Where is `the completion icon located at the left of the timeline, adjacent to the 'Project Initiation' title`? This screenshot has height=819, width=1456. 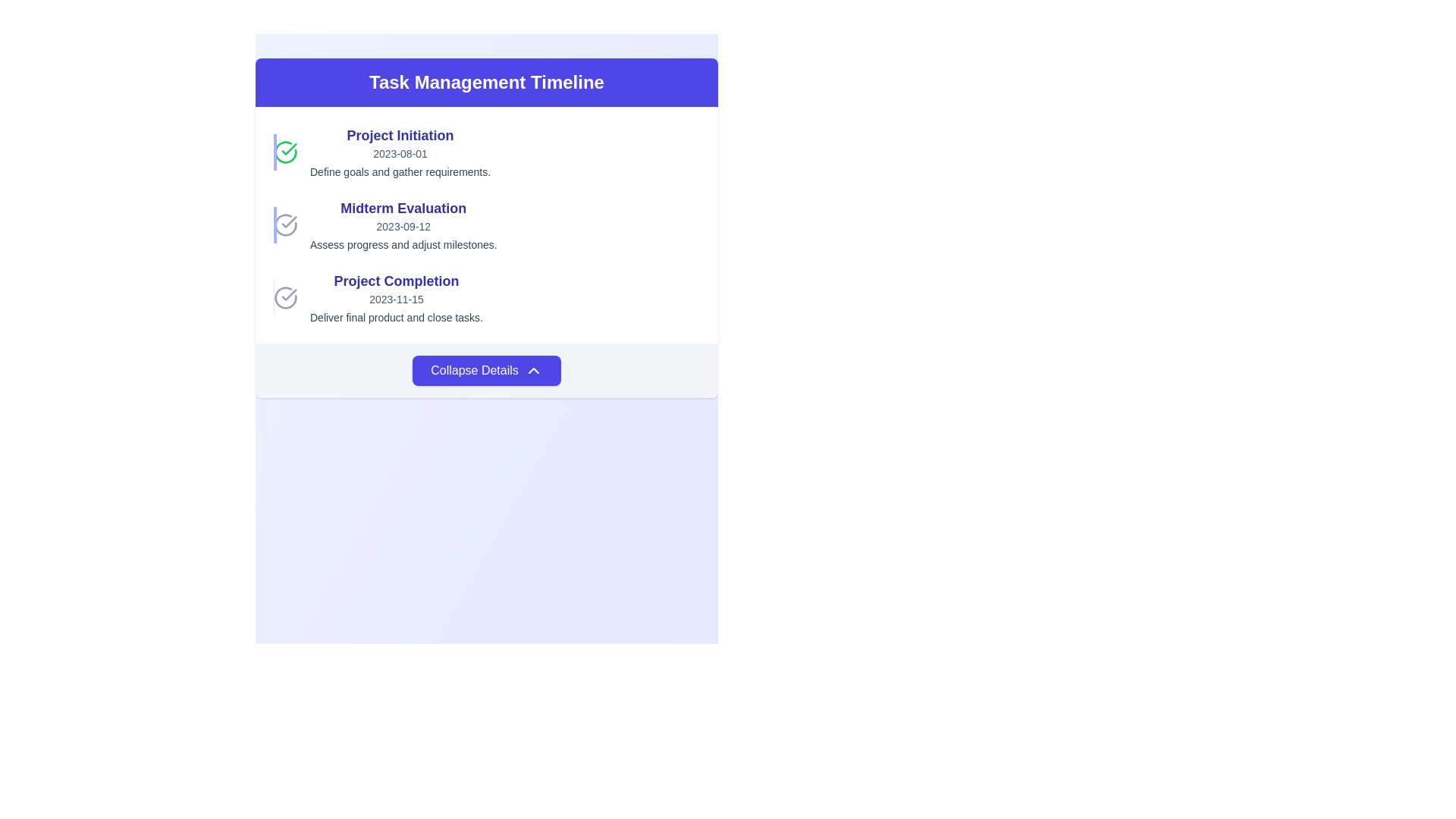 the completion icon located at the left of the timeline, adjacent to the 'Project Initiation' title is located at coordinates (286, 152).